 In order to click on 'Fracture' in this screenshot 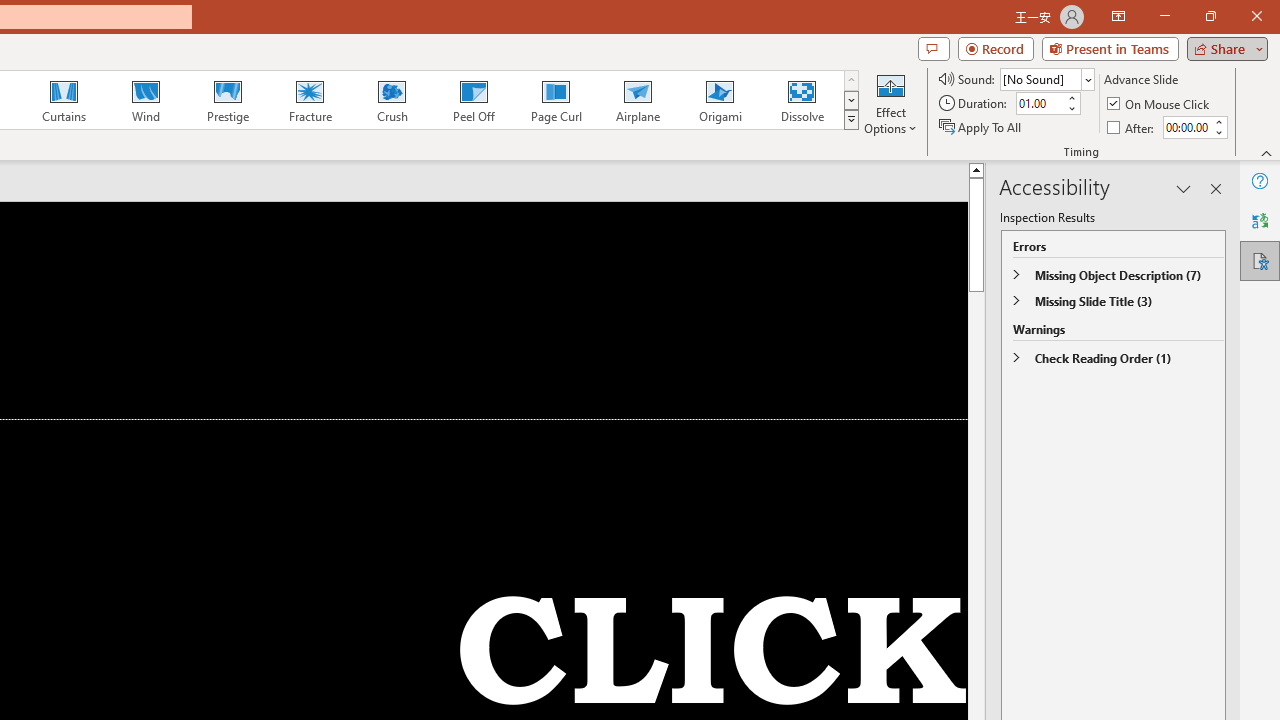, I will do `click(308, 100)`.